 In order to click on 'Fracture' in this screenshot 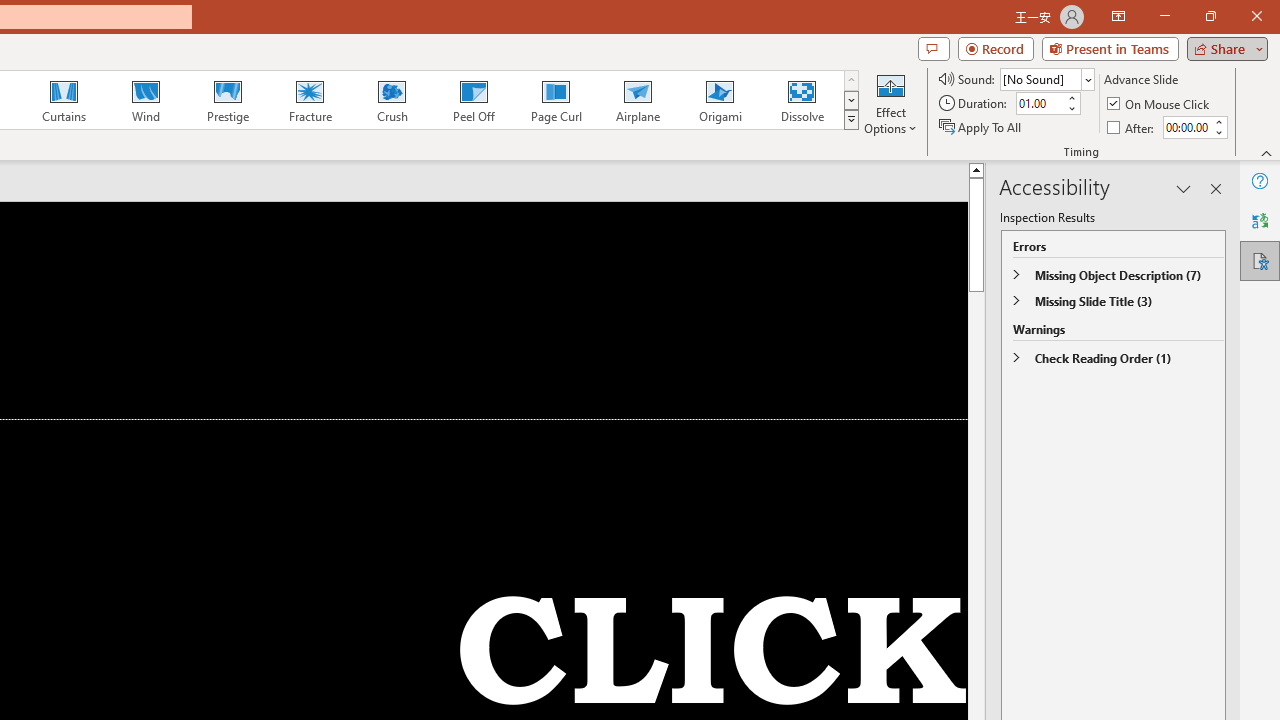, I will do `click(308, 100)`.